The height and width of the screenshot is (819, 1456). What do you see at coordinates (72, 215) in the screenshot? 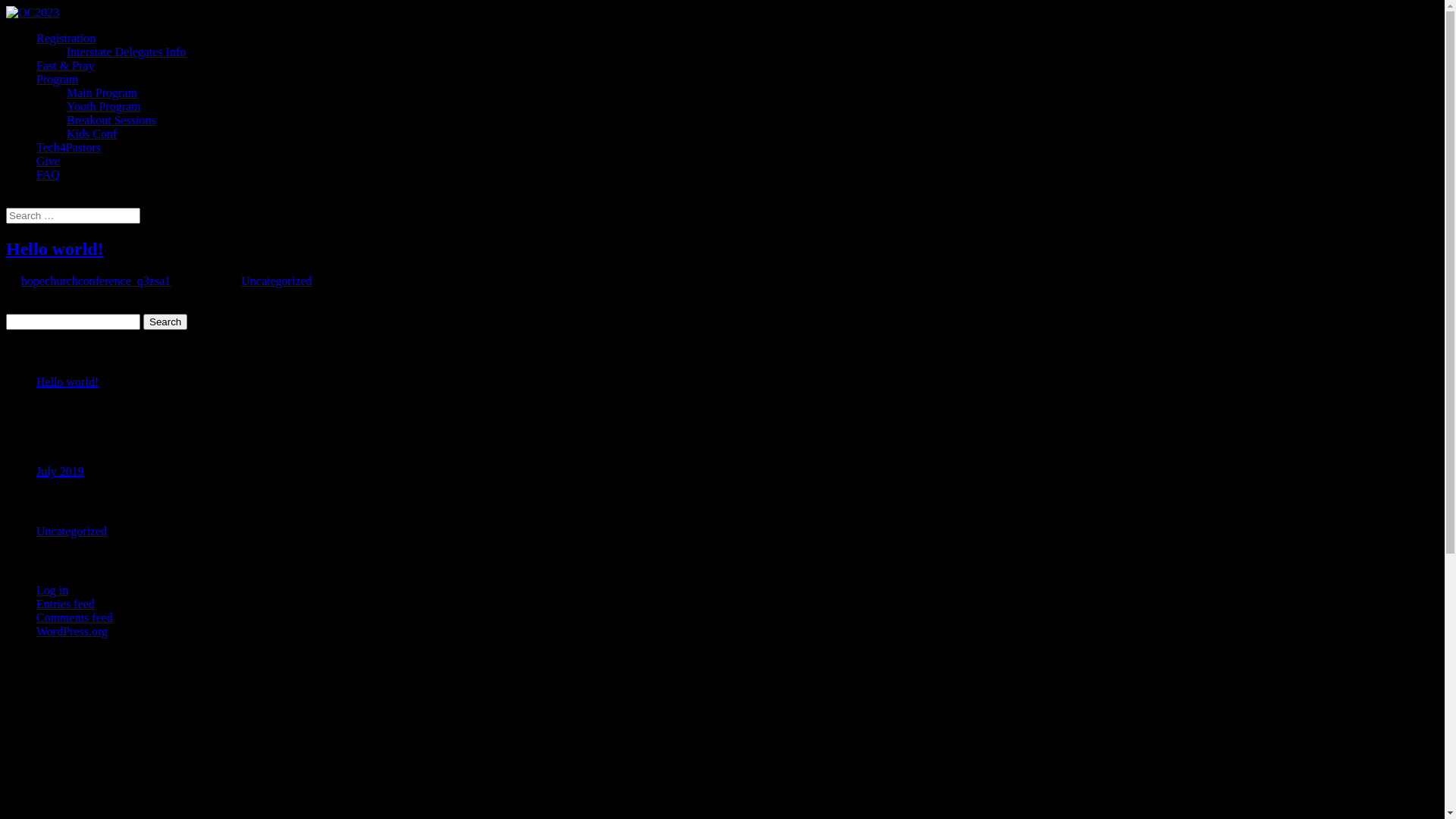
I see `'Search for:'` at bounding box center [72, 215].